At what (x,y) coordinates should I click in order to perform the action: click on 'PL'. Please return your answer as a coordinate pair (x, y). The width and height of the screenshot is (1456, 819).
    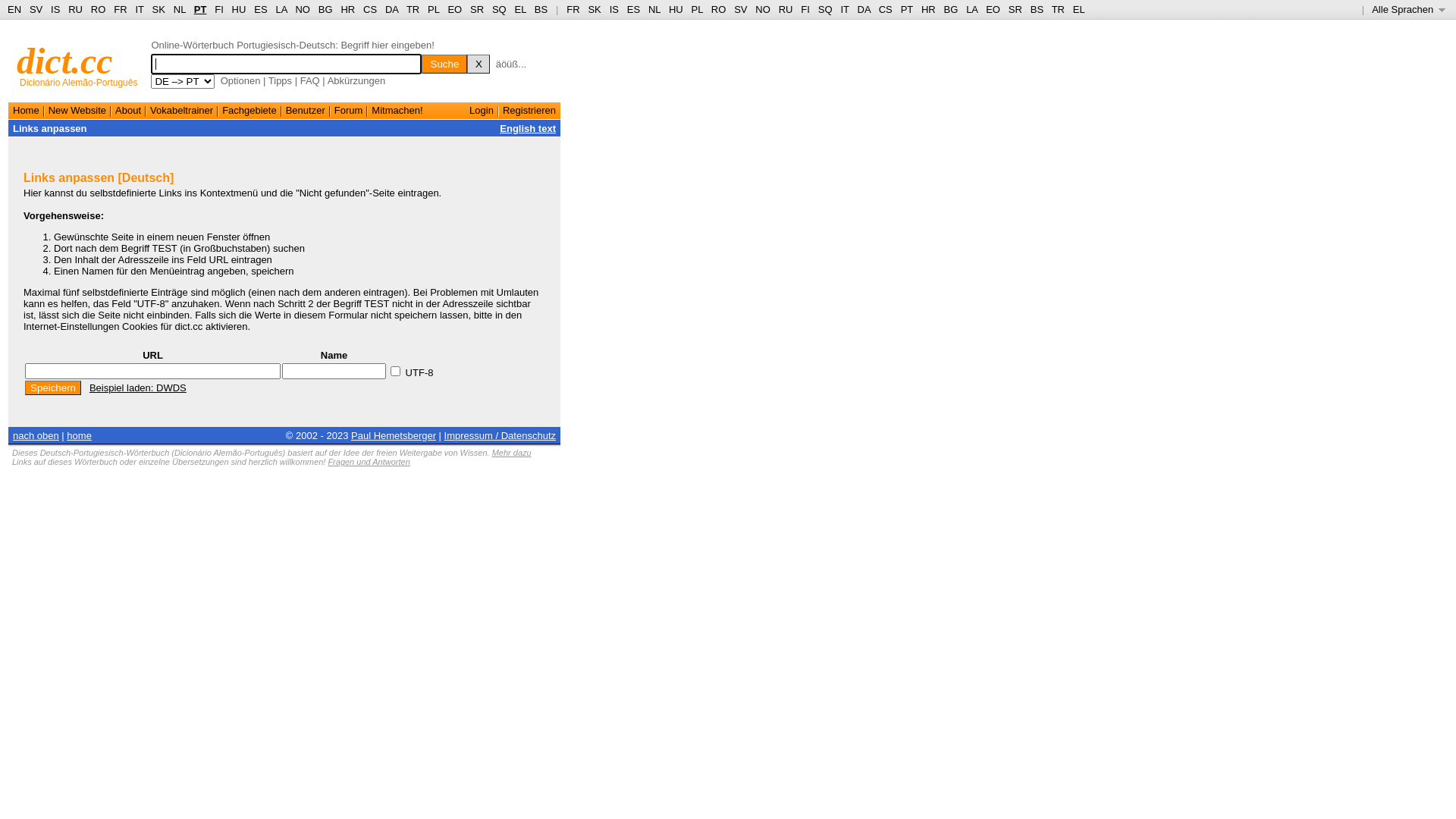
    Looking at the image, I should click on (696, 9).